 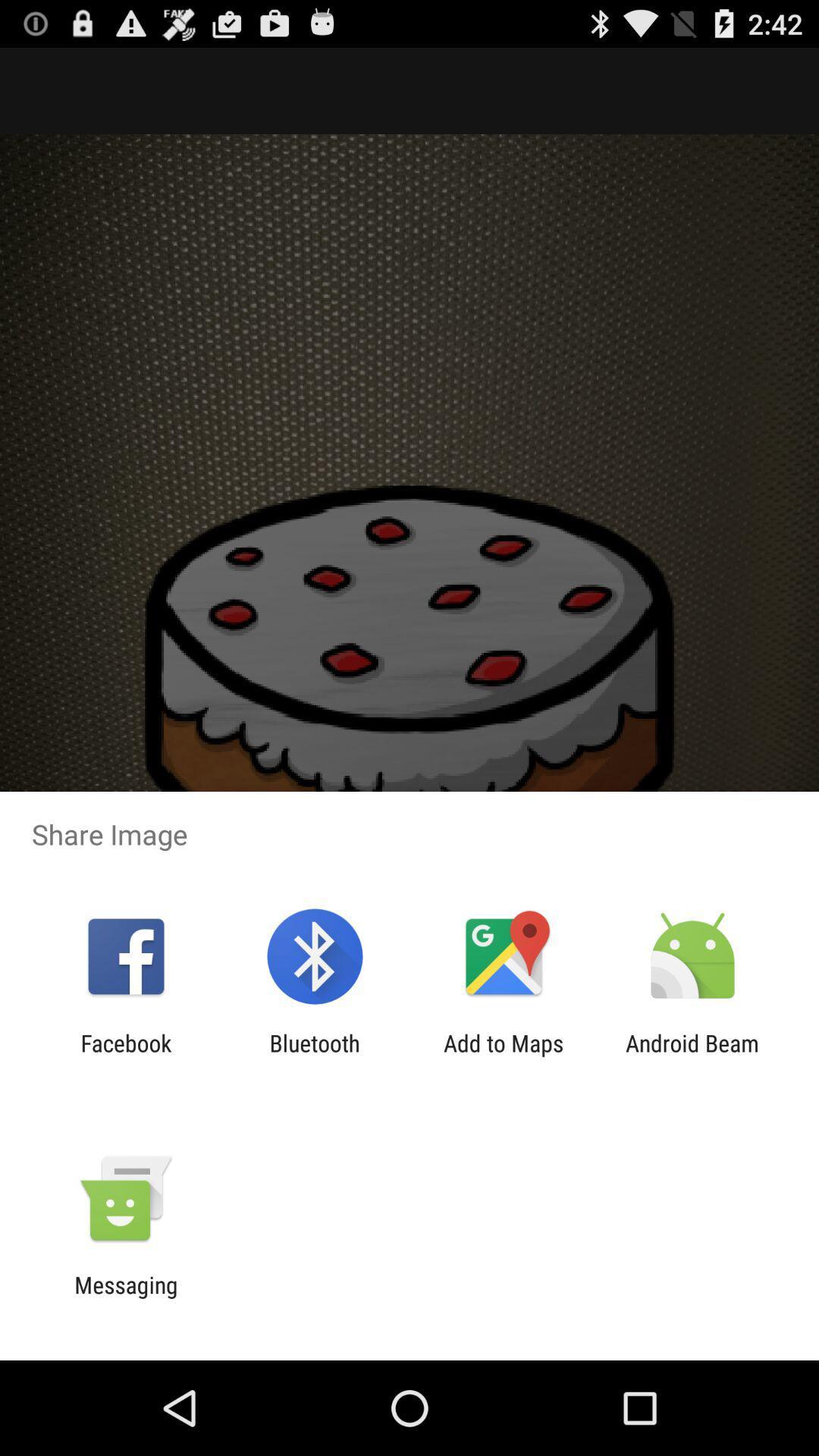 I want to click on the item to the right of the facebook icon, so click(x=314, y=1056).